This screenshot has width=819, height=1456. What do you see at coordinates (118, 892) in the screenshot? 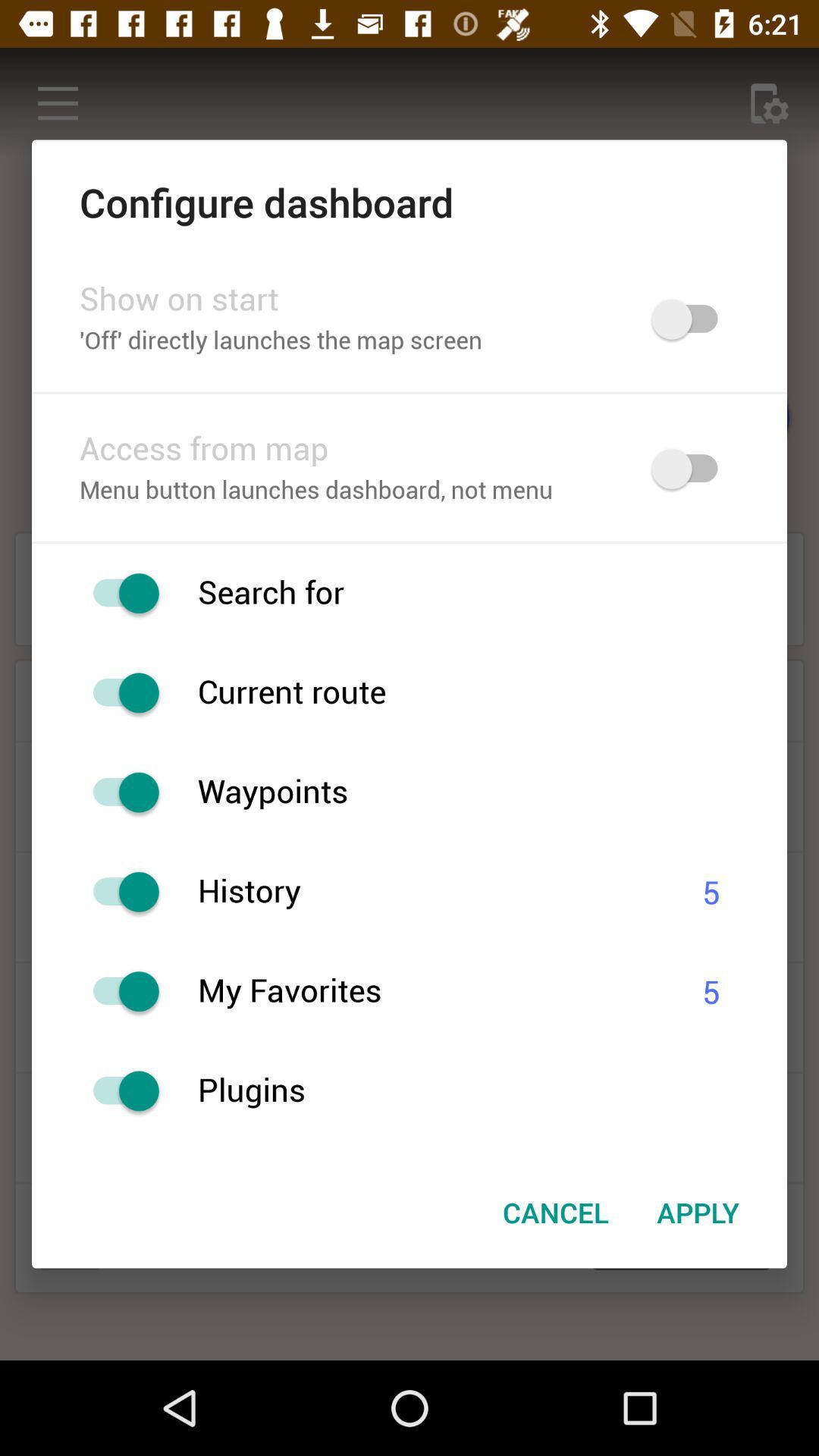
I see `history option` at bounding box center [118, 892].